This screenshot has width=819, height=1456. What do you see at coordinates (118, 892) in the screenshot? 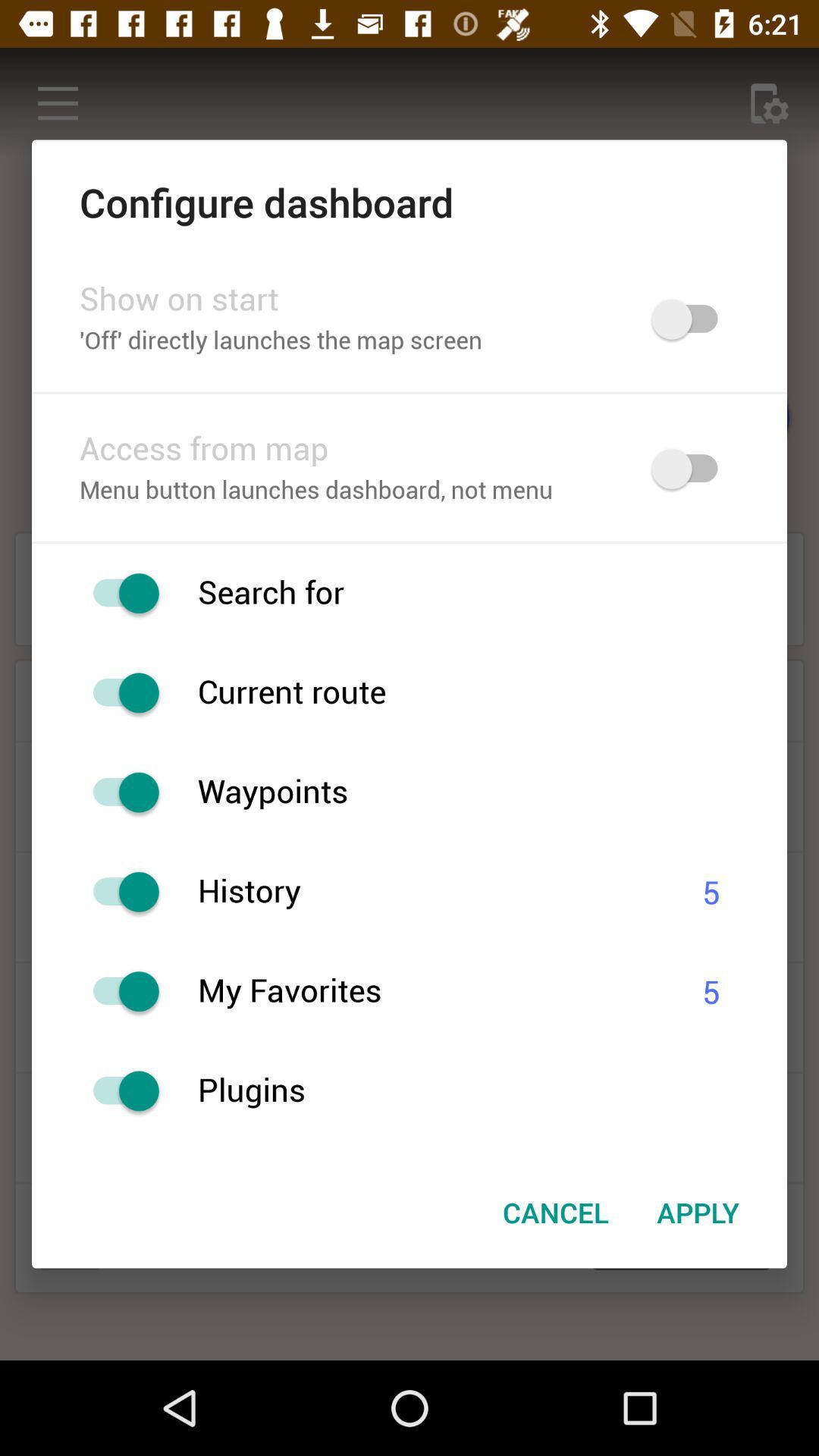
I see `history option` at bounding box center [118, 892].